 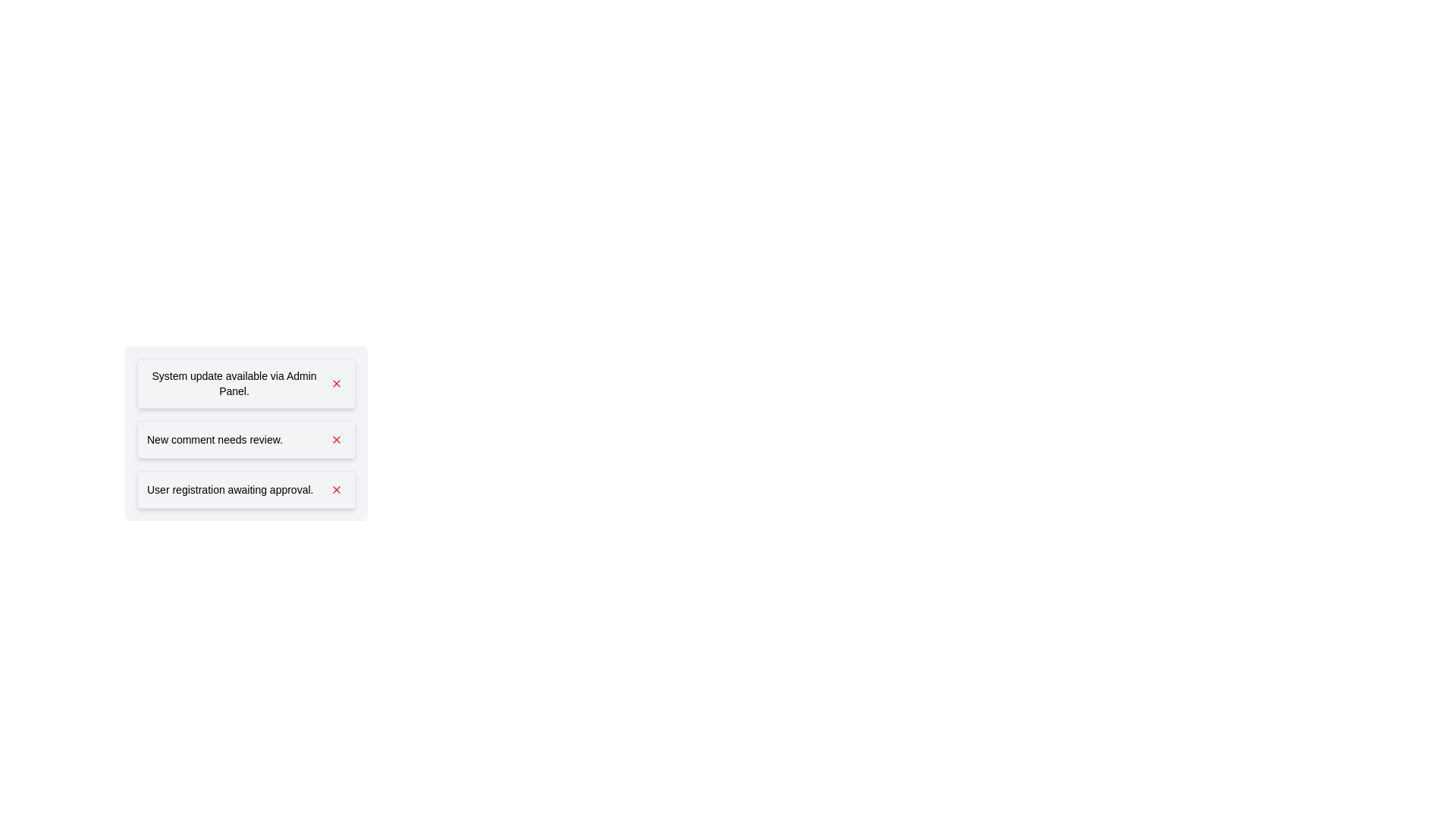 What do you see at coordinates (214, 439) in the screenshot?
I see `the notification label that indicates a new comment requiring review, which is the second item in a vertical stack of three notifications` at bounding box center [214, 439].